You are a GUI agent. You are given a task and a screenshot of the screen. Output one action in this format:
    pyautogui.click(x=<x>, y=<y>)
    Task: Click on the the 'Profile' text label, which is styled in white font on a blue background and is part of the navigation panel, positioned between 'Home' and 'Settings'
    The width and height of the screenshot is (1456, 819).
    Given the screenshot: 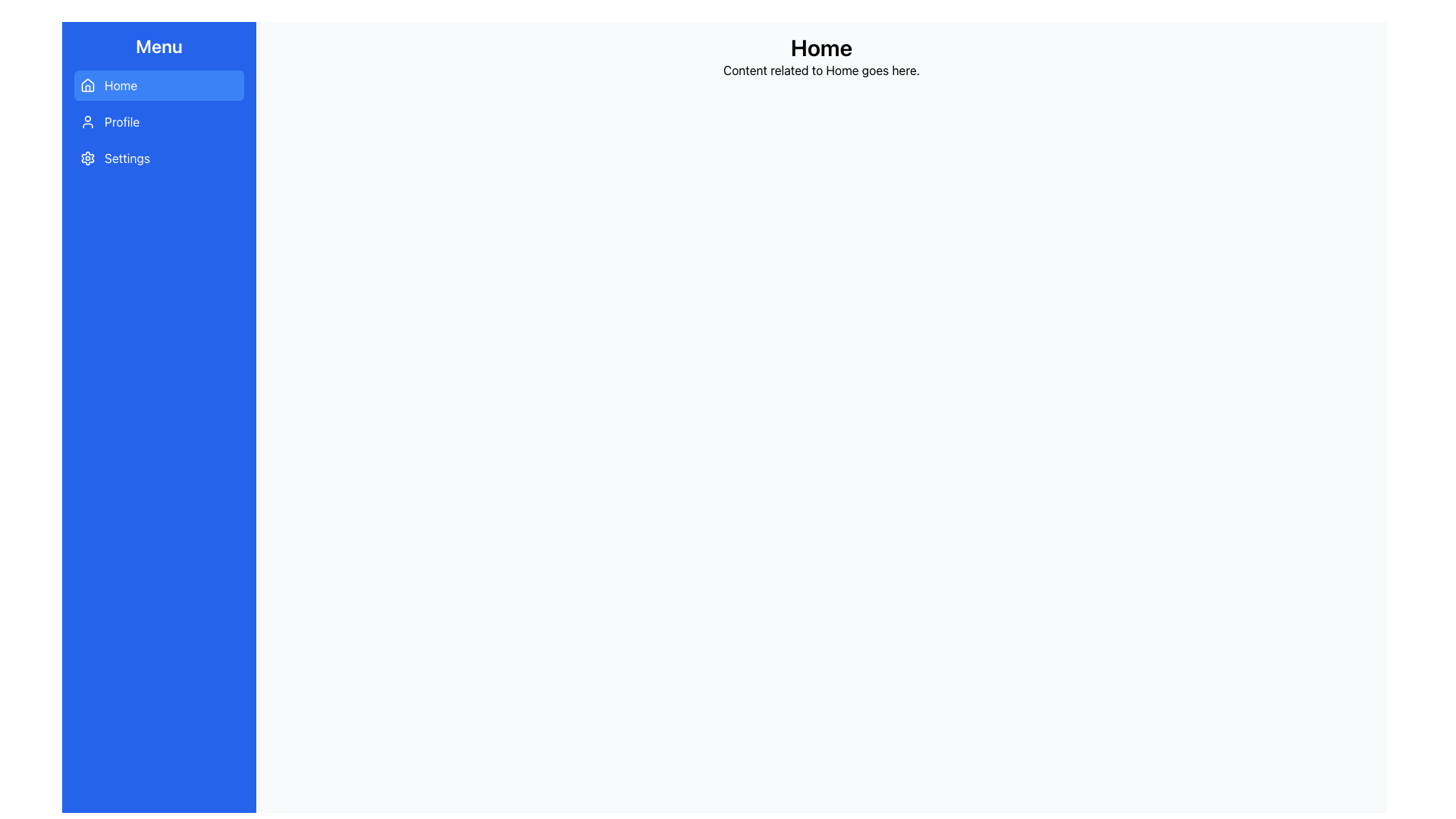 What is the action you would take?
    pyautogui.click(x=122, y=121)
    